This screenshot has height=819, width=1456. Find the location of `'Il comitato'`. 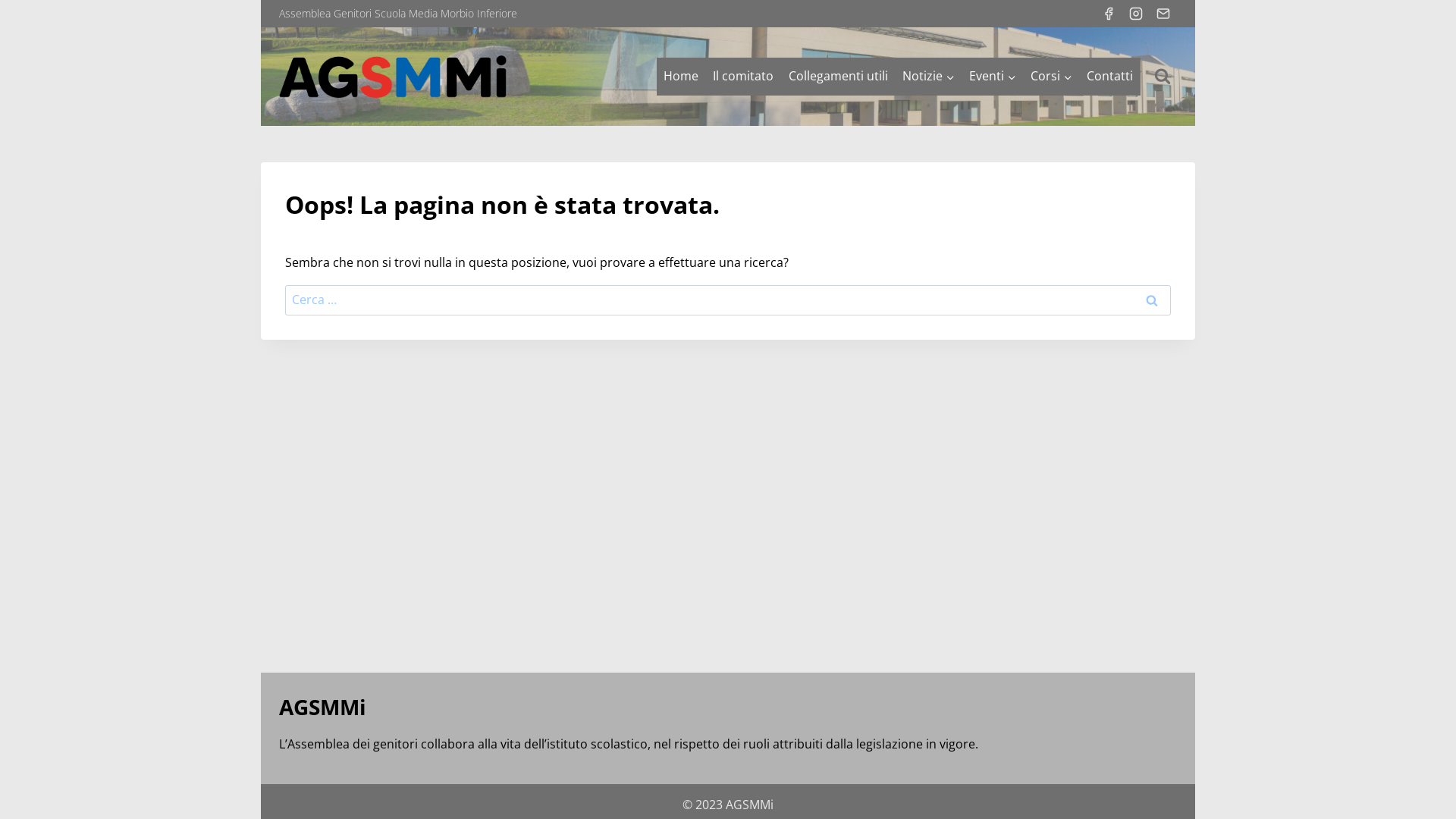

'Il comitato' is located at coordinates (743, 76).